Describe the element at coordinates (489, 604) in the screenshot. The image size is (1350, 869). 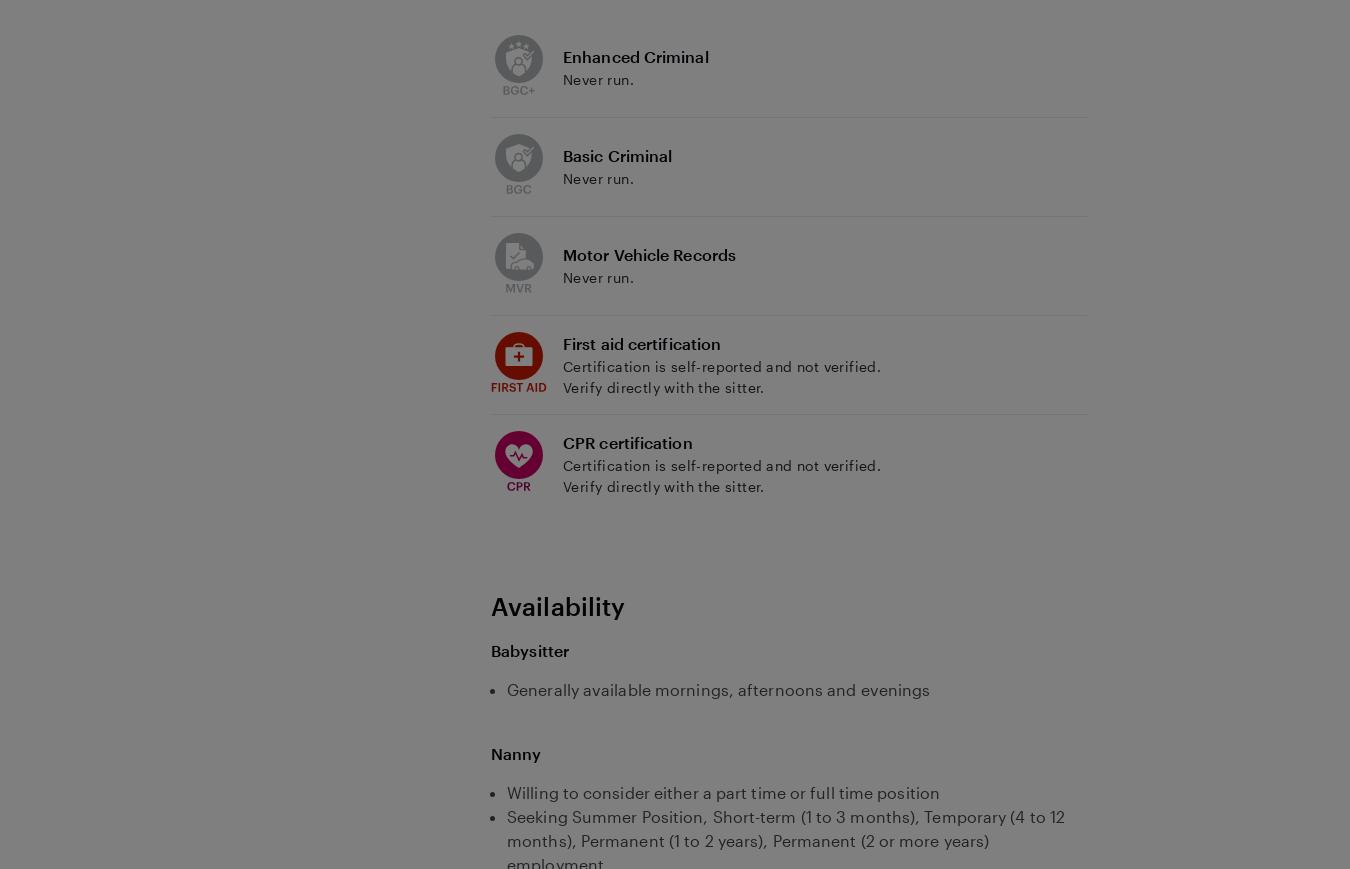
I see `'Availability'` at that location.